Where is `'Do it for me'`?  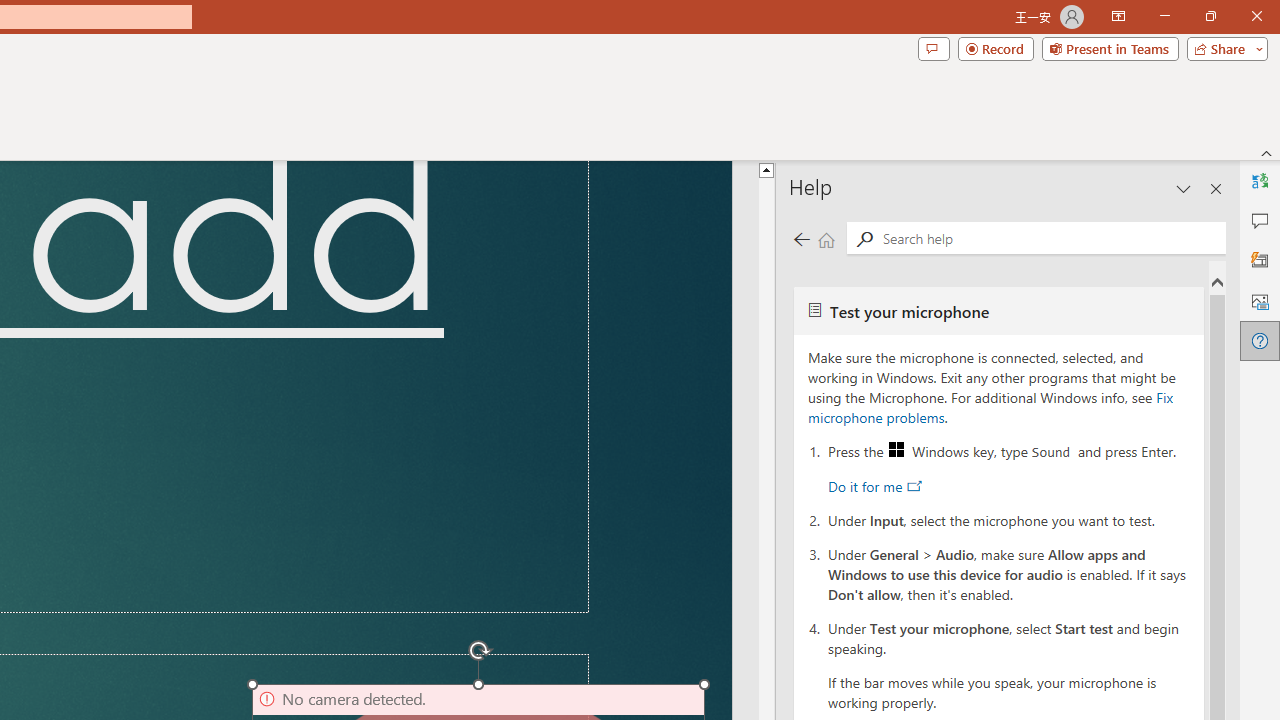
'Do it for me' is located at coordinates (874, 486).